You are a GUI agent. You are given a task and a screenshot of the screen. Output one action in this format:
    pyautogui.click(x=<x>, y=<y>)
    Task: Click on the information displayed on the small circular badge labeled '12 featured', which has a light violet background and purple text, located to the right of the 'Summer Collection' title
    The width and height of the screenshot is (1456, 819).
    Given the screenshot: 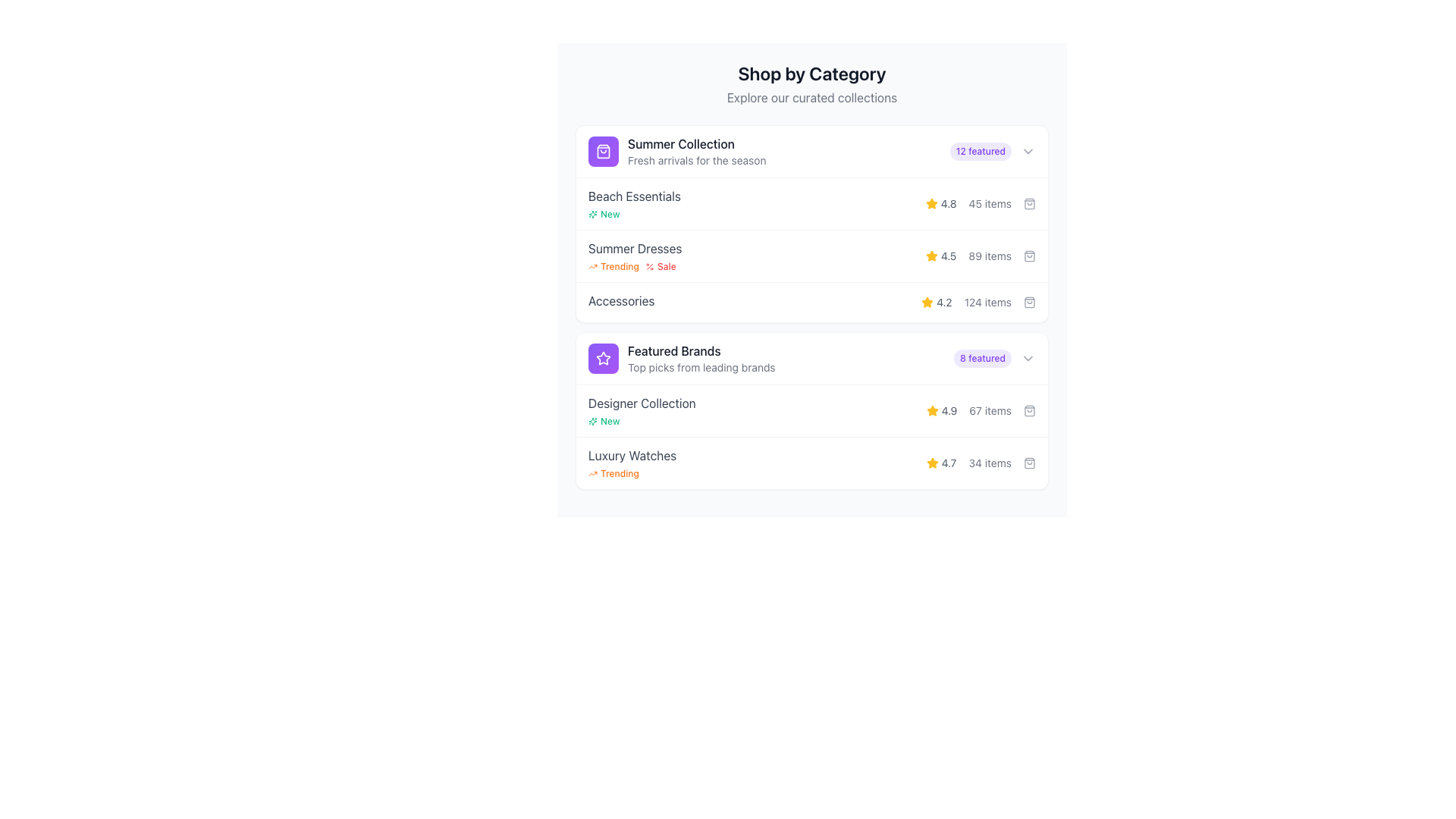 What is the action you would take?
    pyautogui.click(x=981, y=152)
    